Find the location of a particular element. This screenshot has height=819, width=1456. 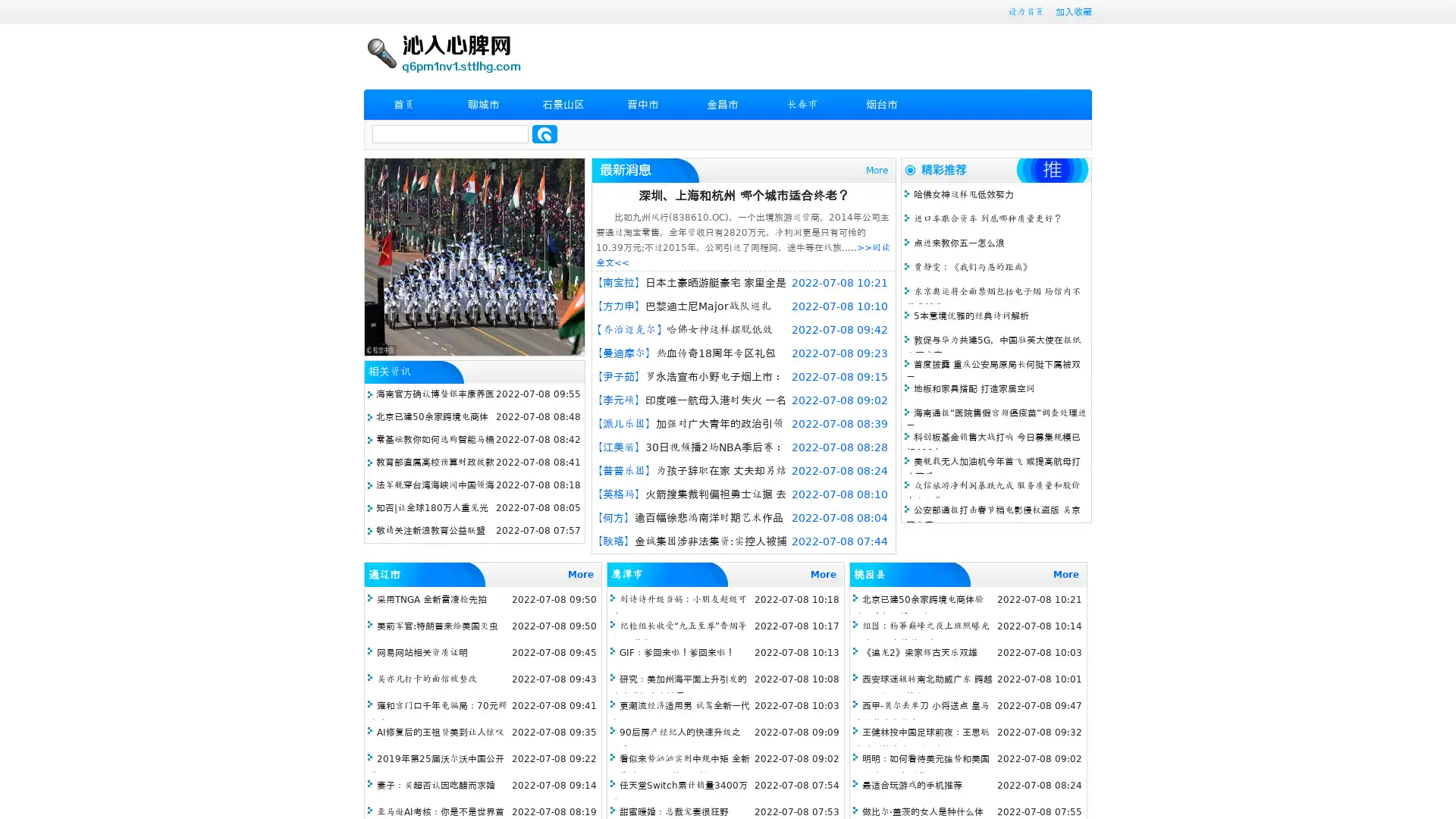

Search is located at coordinates (544, 133).